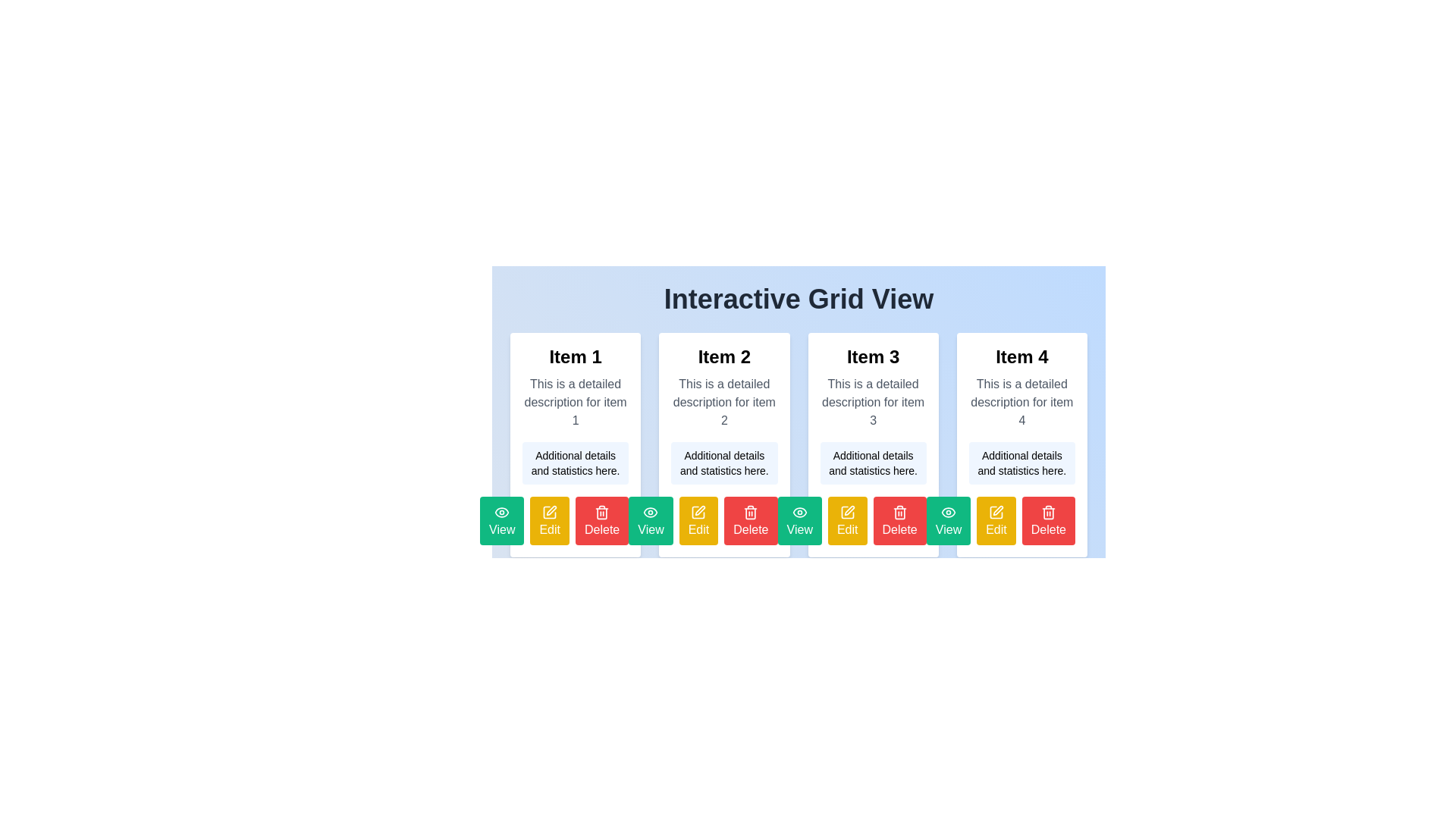 This screenshot has width=1456, height=819. Describe the element at coordinates (575, 519) in the screenshot. I see `the red 'Delete' button with a trash icon located at the bottom-right side of the 'Item 1' card` at that location.